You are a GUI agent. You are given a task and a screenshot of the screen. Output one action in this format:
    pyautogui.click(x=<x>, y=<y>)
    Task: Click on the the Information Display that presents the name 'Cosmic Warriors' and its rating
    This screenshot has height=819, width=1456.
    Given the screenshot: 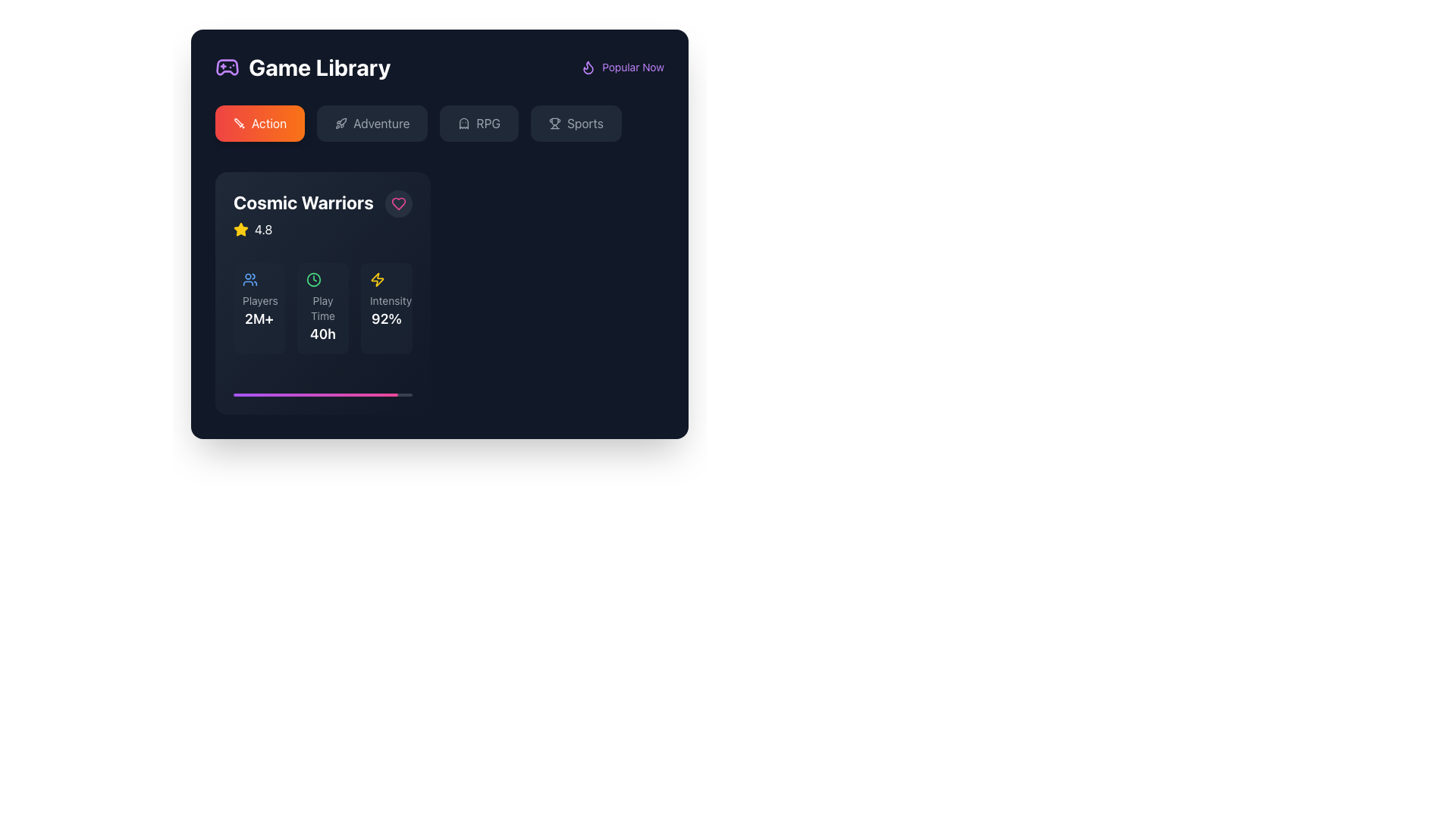 What is the action you would take?
    pyautogui.click(x=303, y=214)
    